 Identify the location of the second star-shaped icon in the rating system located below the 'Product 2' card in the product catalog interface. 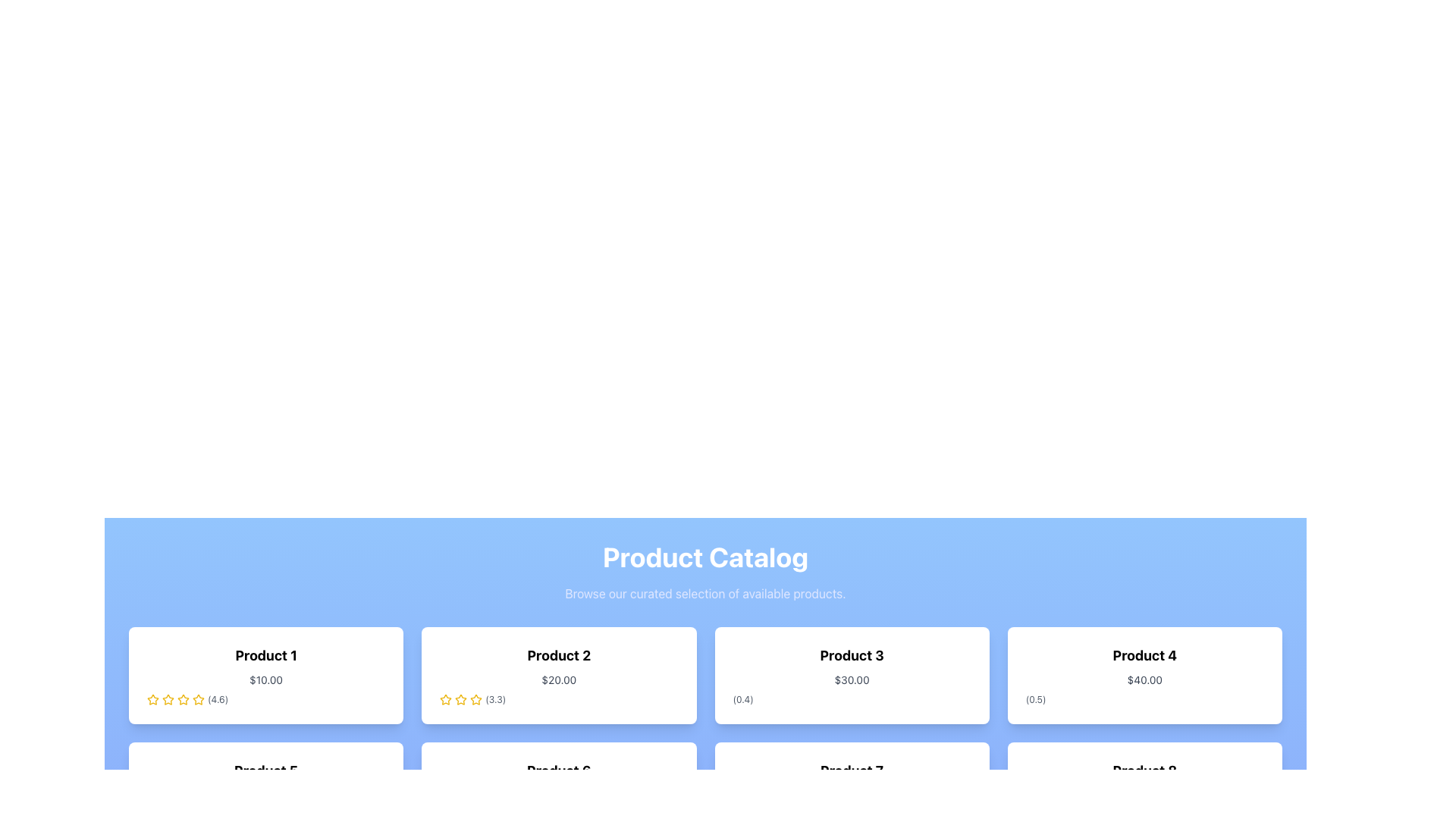
(475, 699).